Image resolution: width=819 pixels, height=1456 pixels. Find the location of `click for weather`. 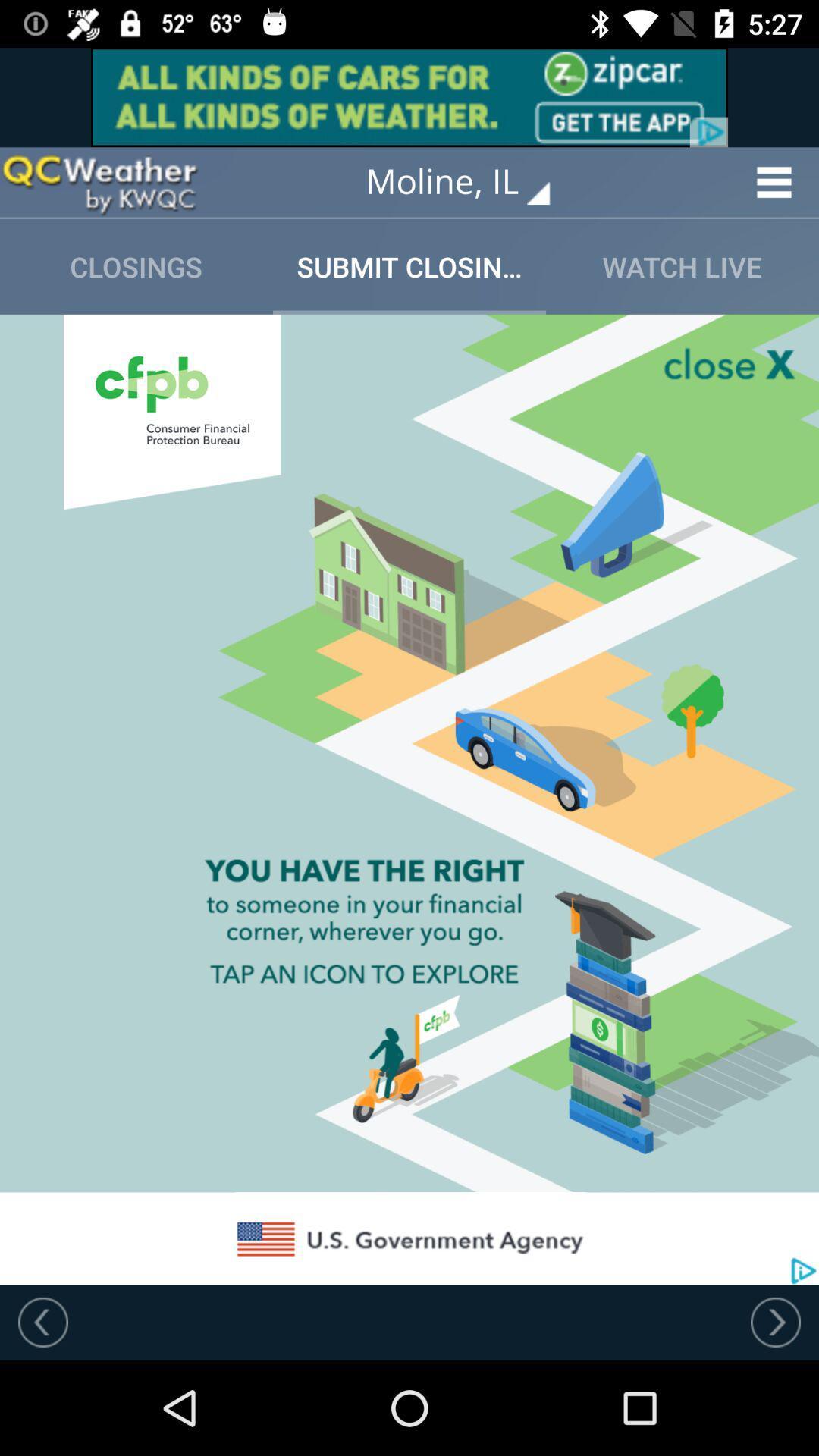

click for weather is located at coordinates (99, 182).